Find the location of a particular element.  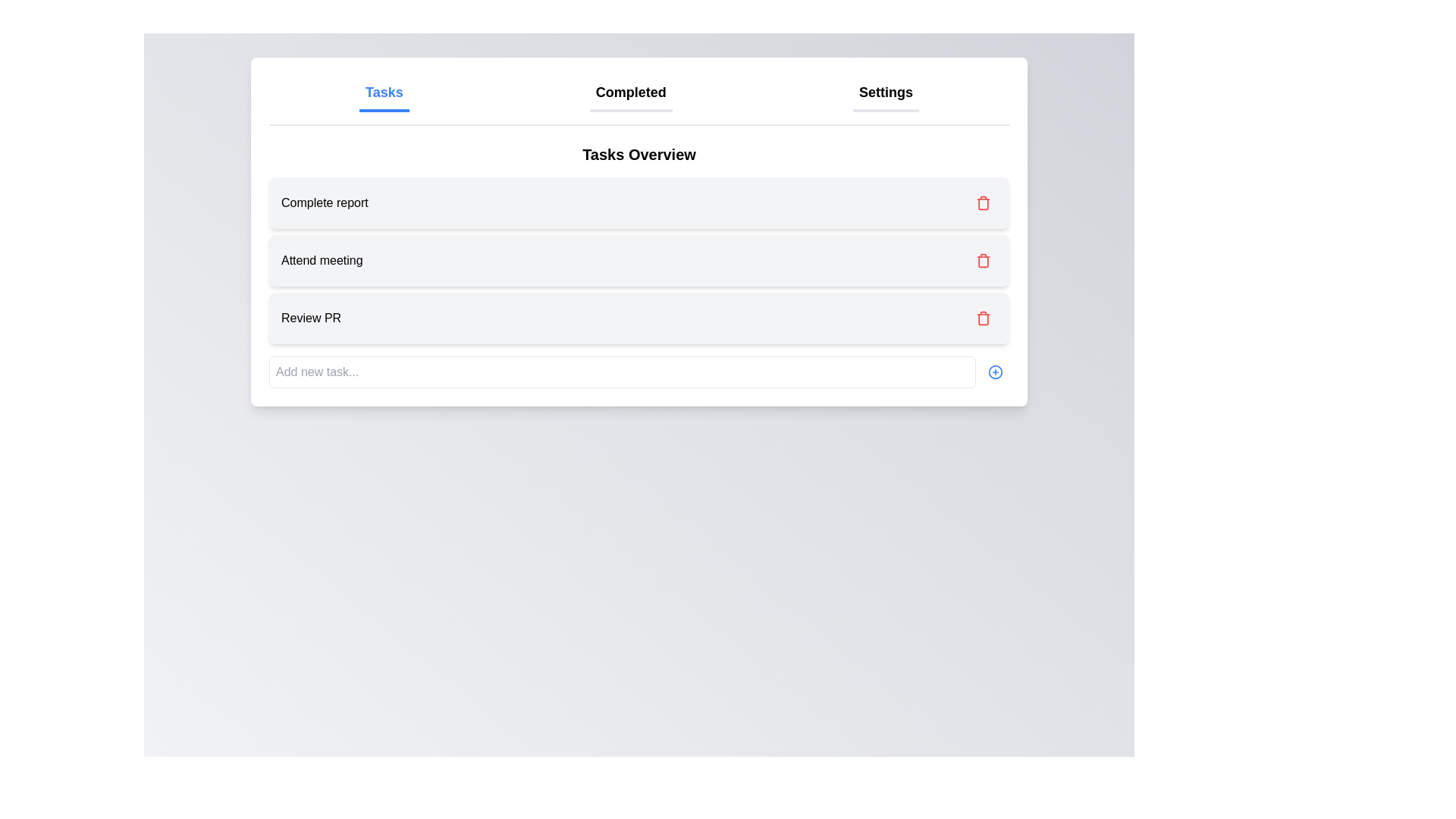

the delete button for the task 'Complete report' to possibly see a tooltip is located at coordinates (983, 202).